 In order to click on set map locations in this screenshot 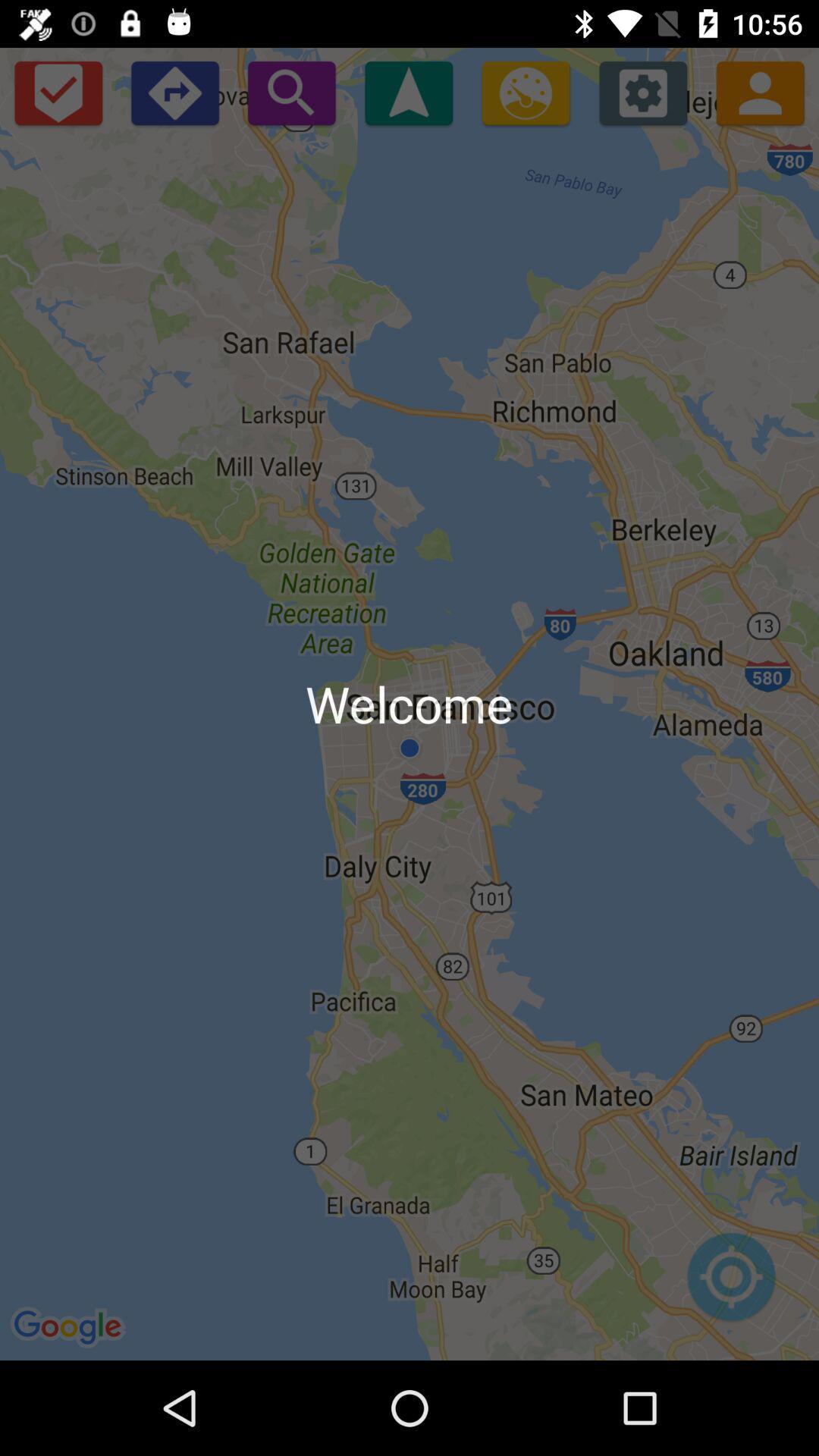, I will do `click(730, 1284)`.